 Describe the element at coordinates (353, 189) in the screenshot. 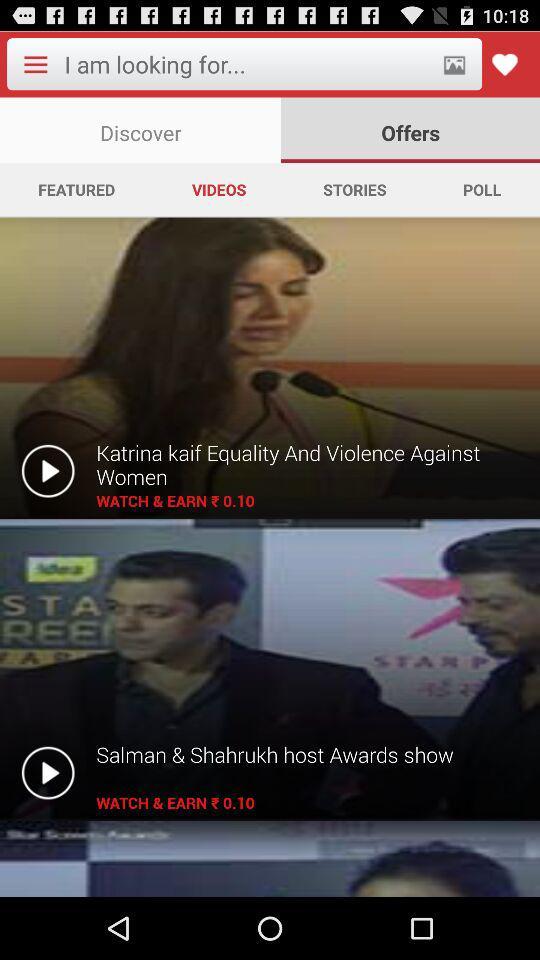

I see `the item below the discover app` at that location.